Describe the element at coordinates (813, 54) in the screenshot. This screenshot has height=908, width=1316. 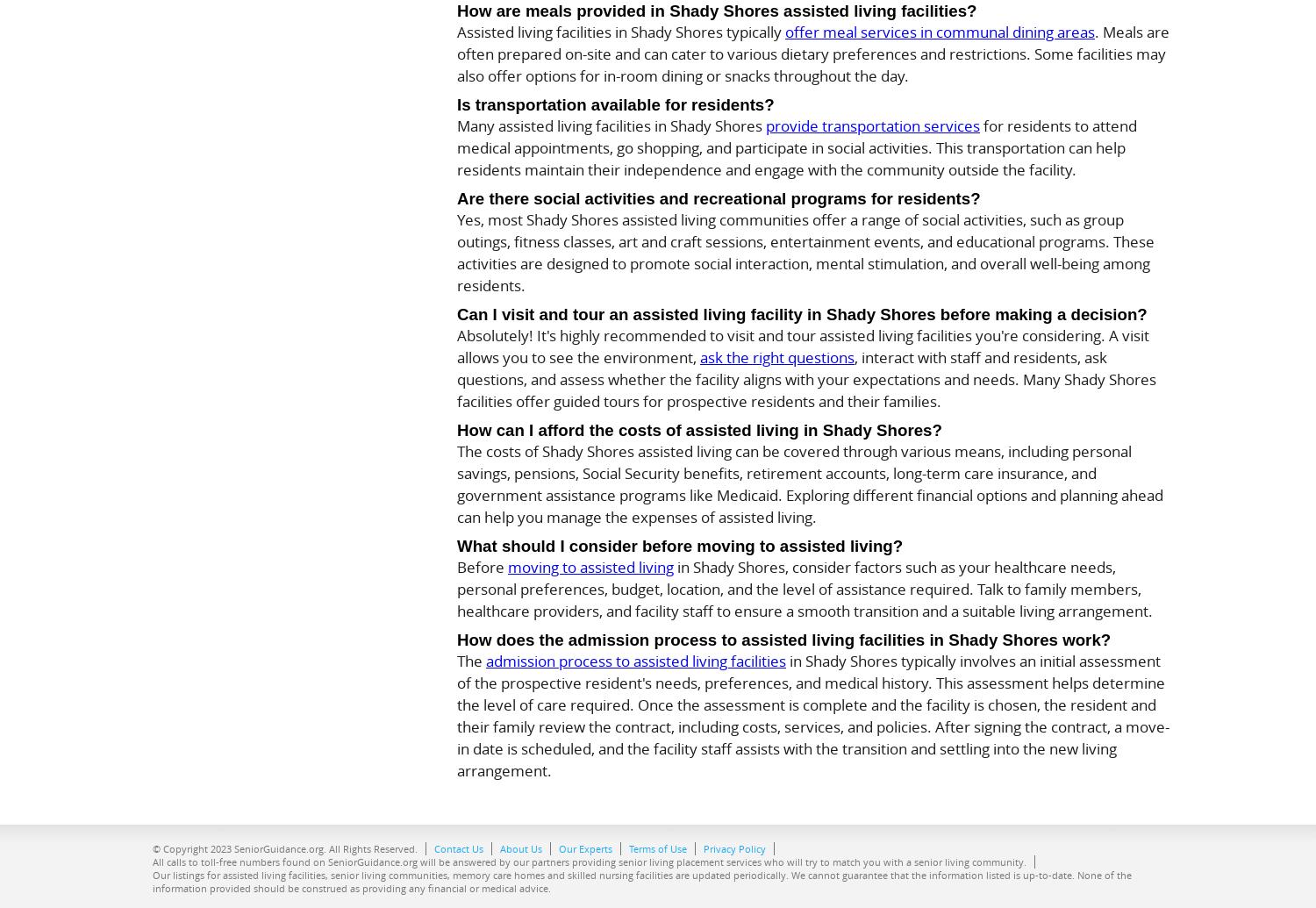
I see `'. Meals are often prepared on-site and can cater to various dietary preferences and restrictions. Some facilities may also offer options for in-room dining or snacks throughout the day.'` at that location.